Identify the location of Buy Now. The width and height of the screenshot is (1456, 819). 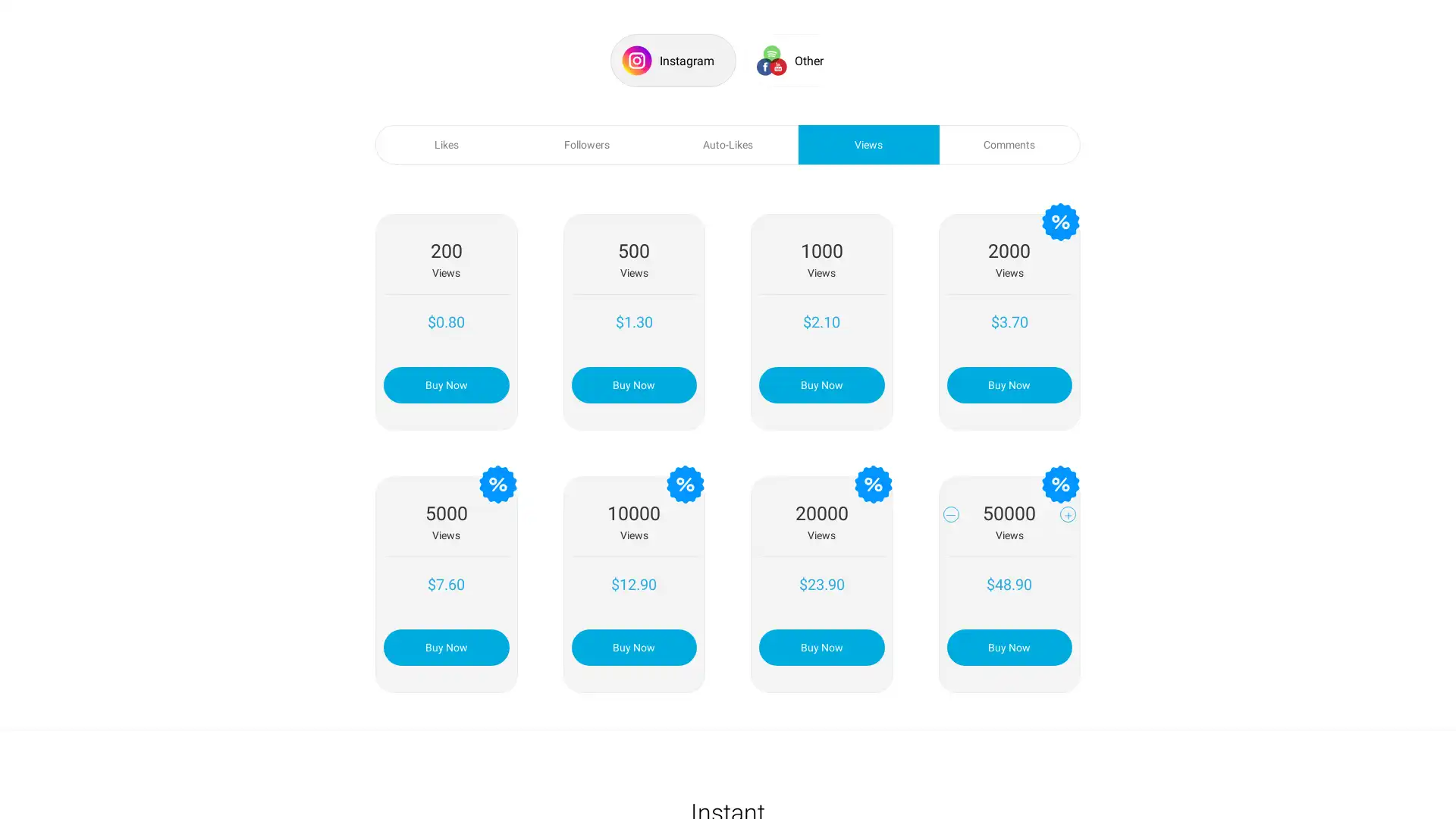
(633, 383).